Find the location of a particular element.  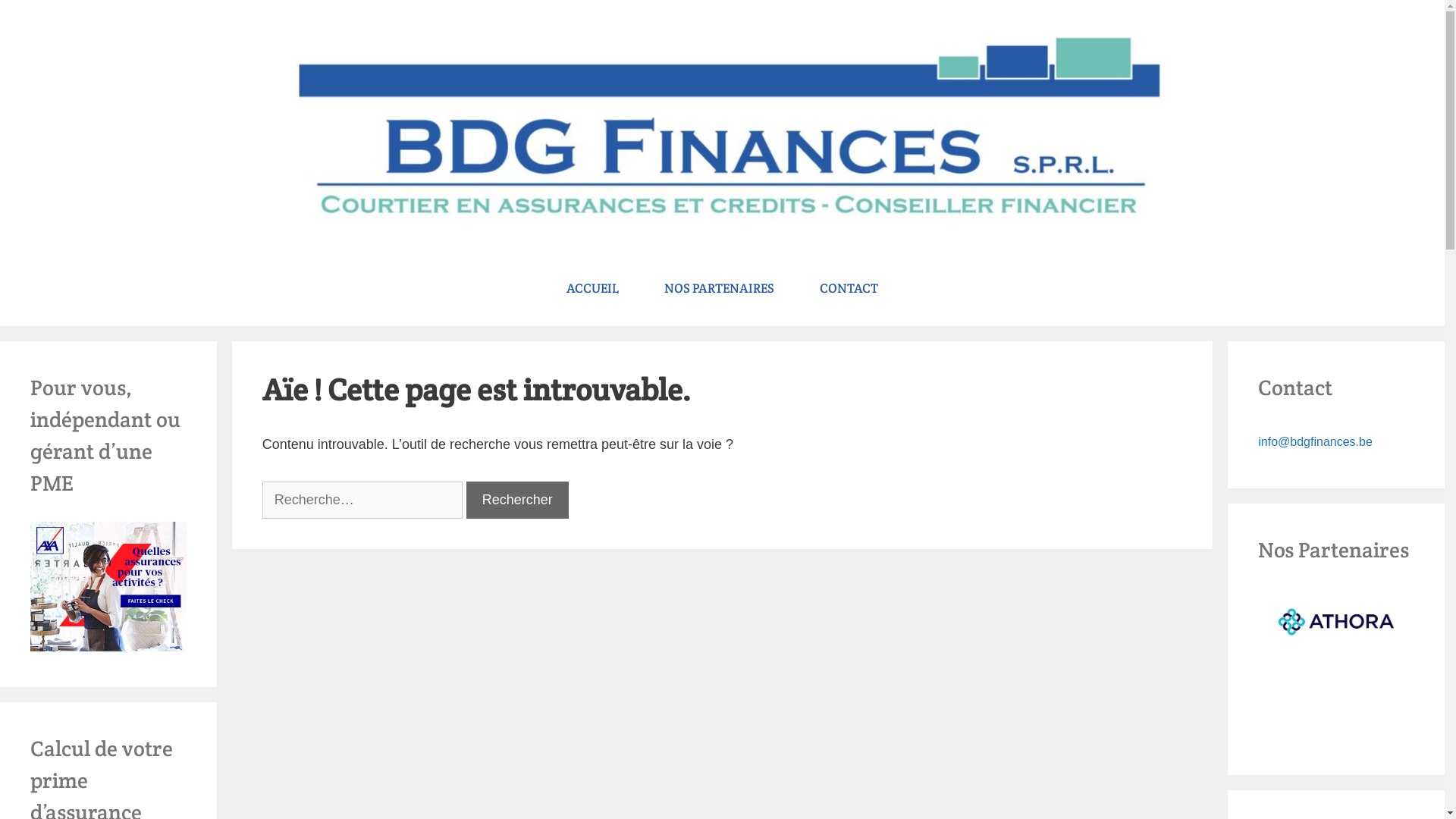

'NOS PARTENAIRES' is located at coordinates (718, 288).